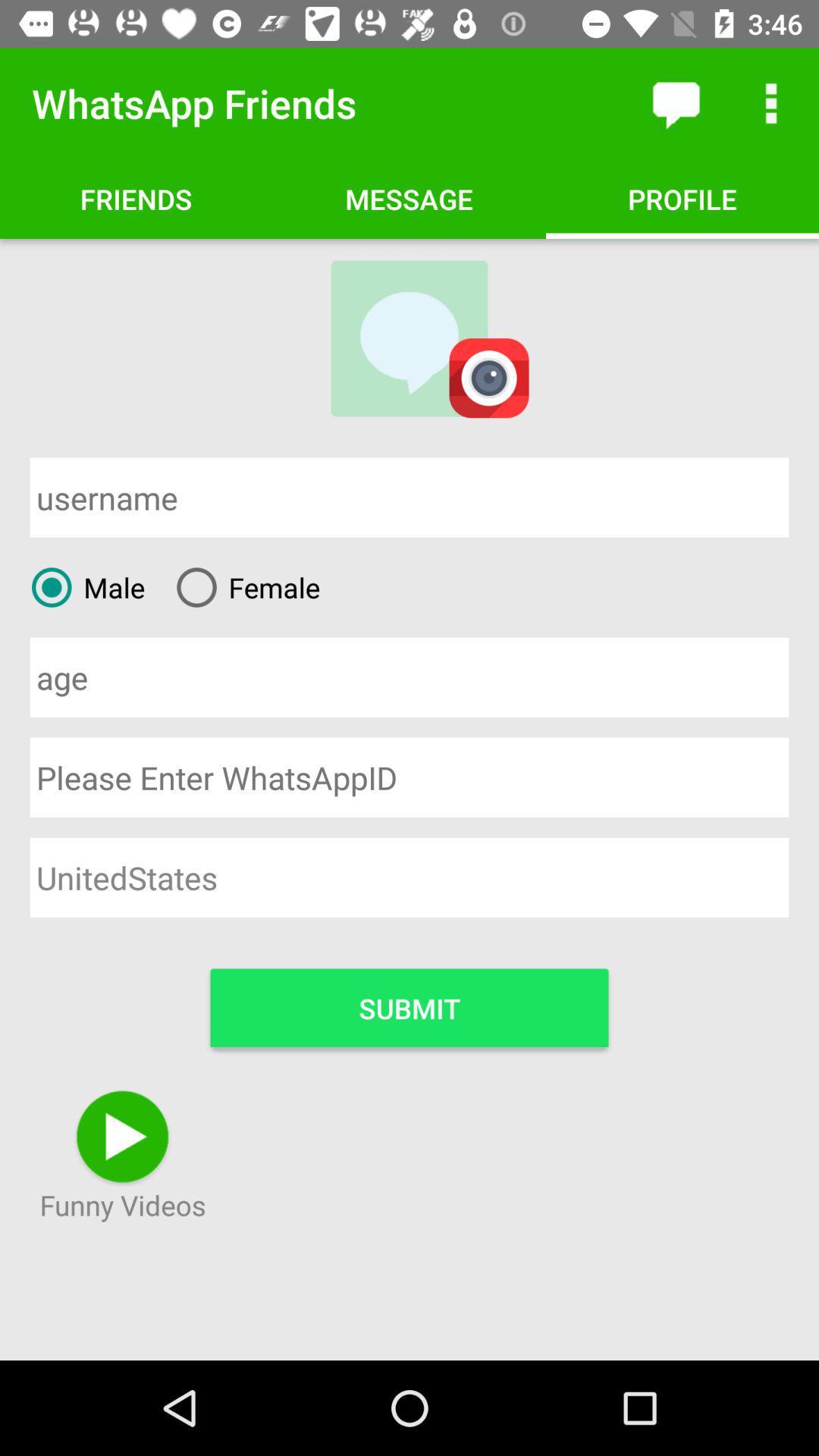  What do you see at coordinates (409, 877) in the screenshot?
I see `the unitedstates icon` at bounding box center [409, 877].